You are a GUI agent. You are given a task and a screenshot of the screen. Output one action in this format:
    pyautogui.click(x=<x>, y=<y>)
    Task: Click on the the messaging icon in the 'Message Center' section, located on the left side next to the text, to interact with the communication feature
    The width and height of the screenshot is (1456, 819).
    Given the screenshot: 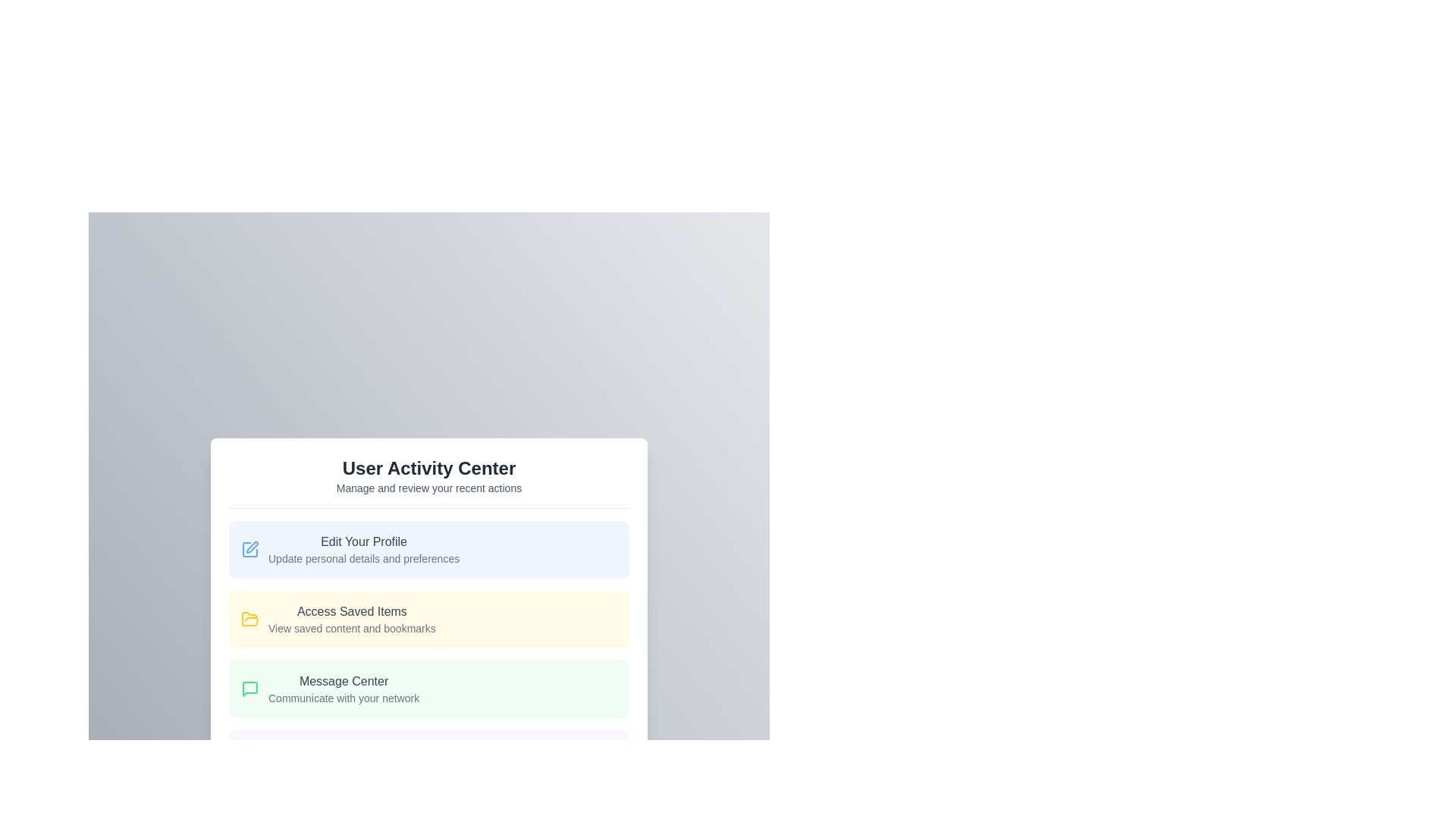 What is the action you would take?
    pyautogui.click(x=250, y=688)
    